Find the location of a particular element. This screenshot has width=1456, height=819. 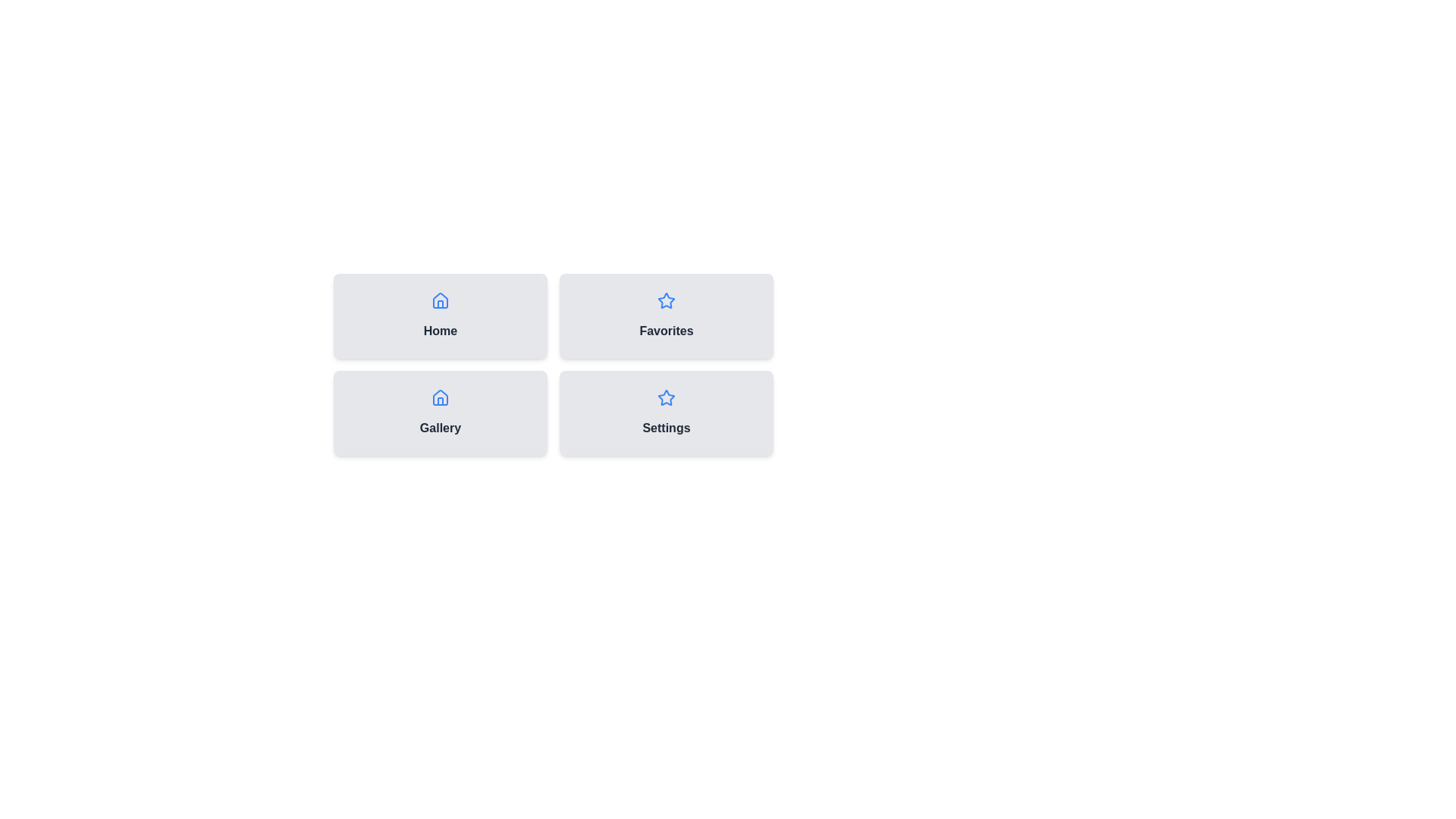

the bottom left button in the grid layout is located at coordinates (439, 413).